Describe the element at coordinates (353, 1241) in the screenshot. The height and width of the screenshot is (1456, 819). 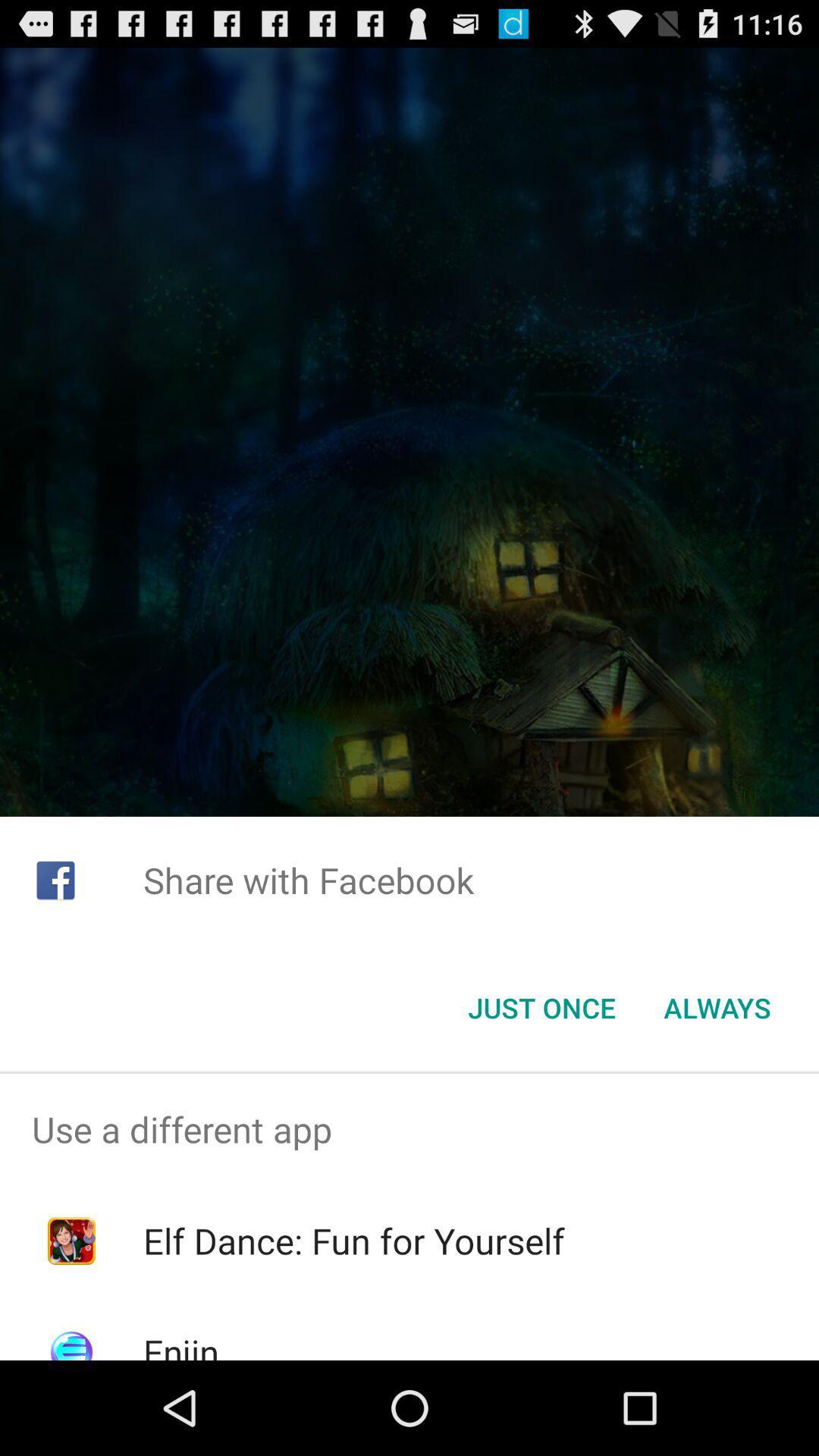
I see `app above enjin app` at that location.